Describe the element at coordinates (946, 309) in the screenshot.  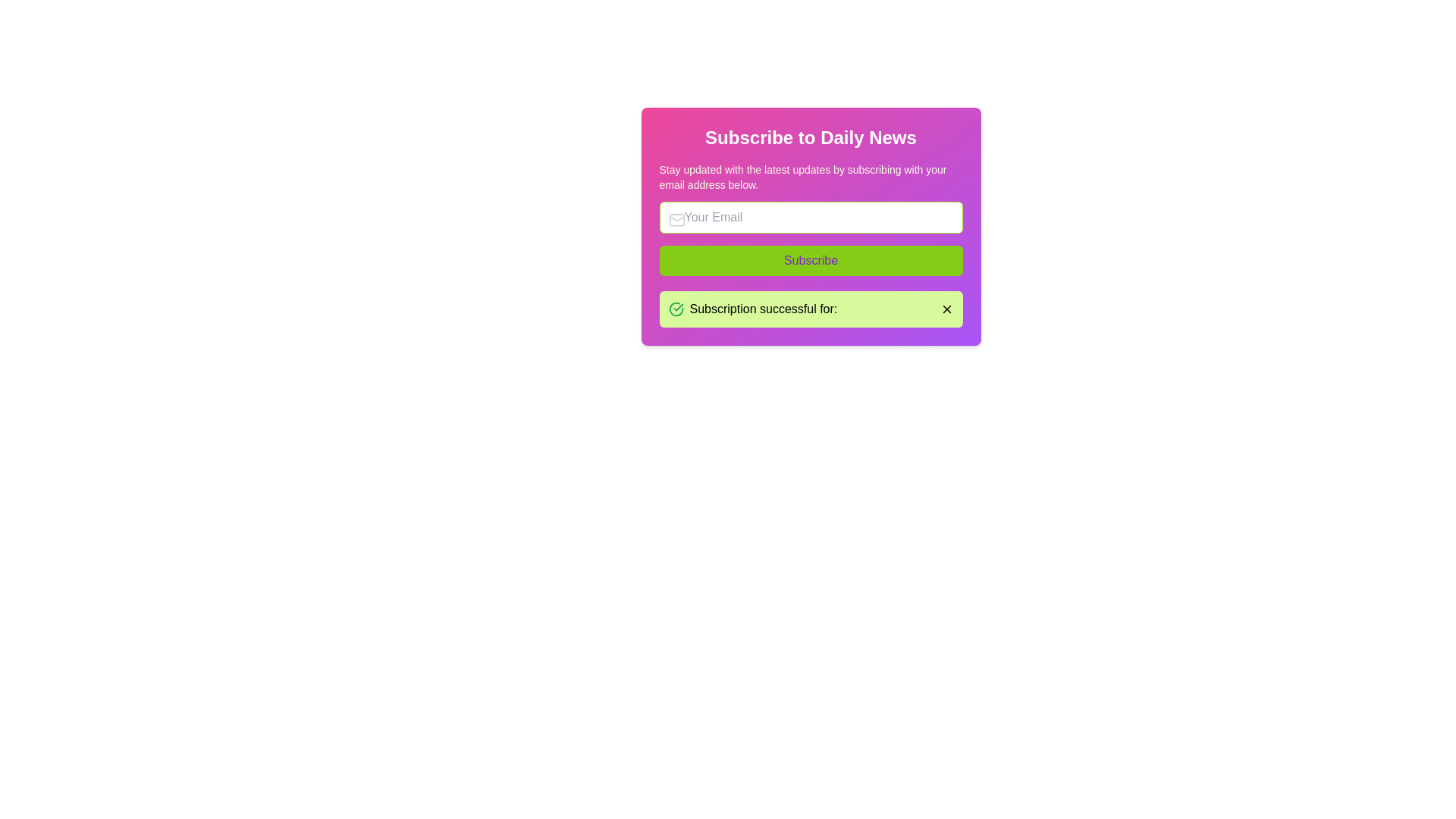
I see `the close button located at the rightmost side of the notification box` at that location.